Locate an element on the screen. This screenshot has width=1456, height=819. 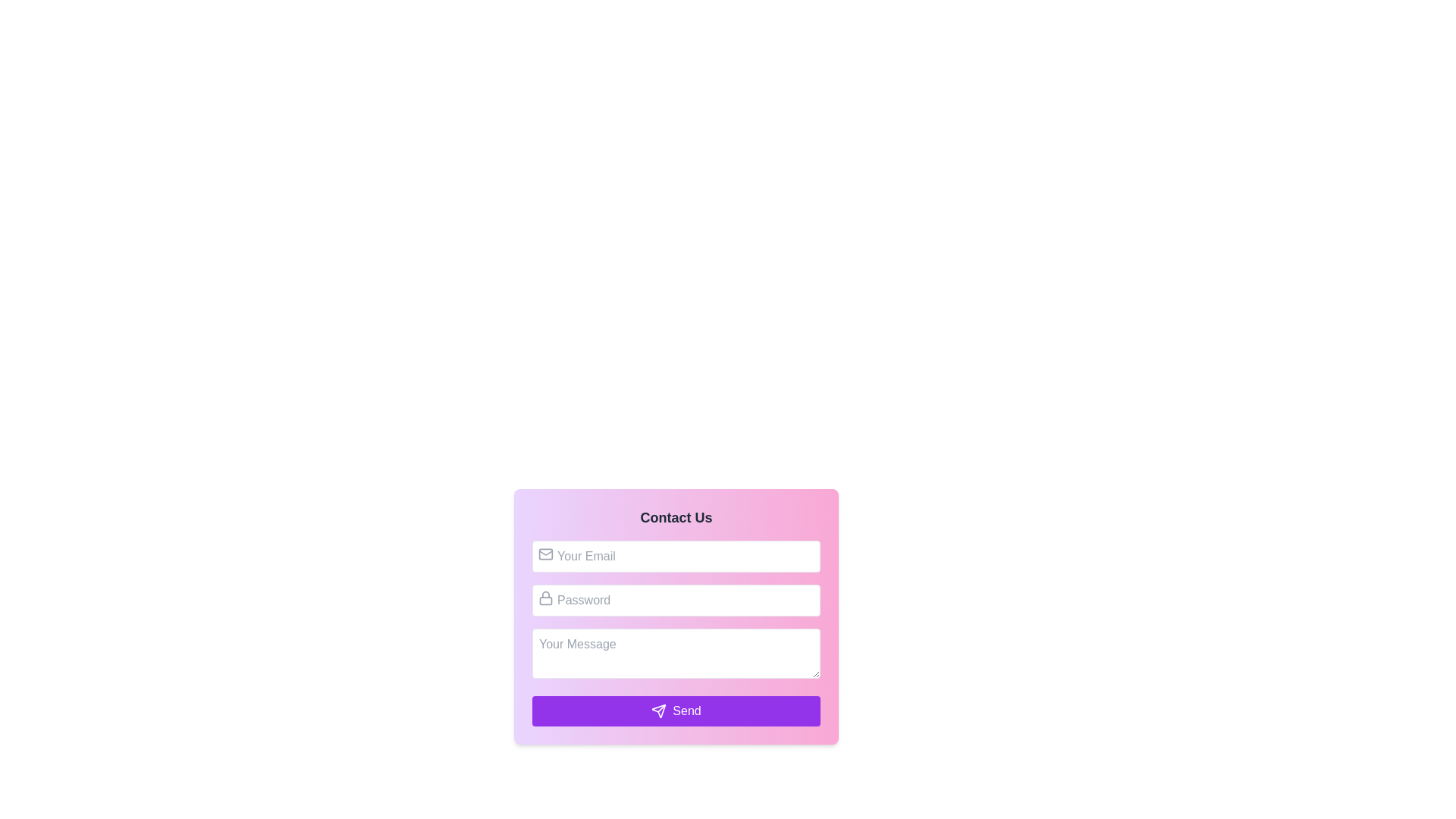
the triangular send icon located inside the purple 'Send' button at the bottom of the form is located at coordinates (659, 711).